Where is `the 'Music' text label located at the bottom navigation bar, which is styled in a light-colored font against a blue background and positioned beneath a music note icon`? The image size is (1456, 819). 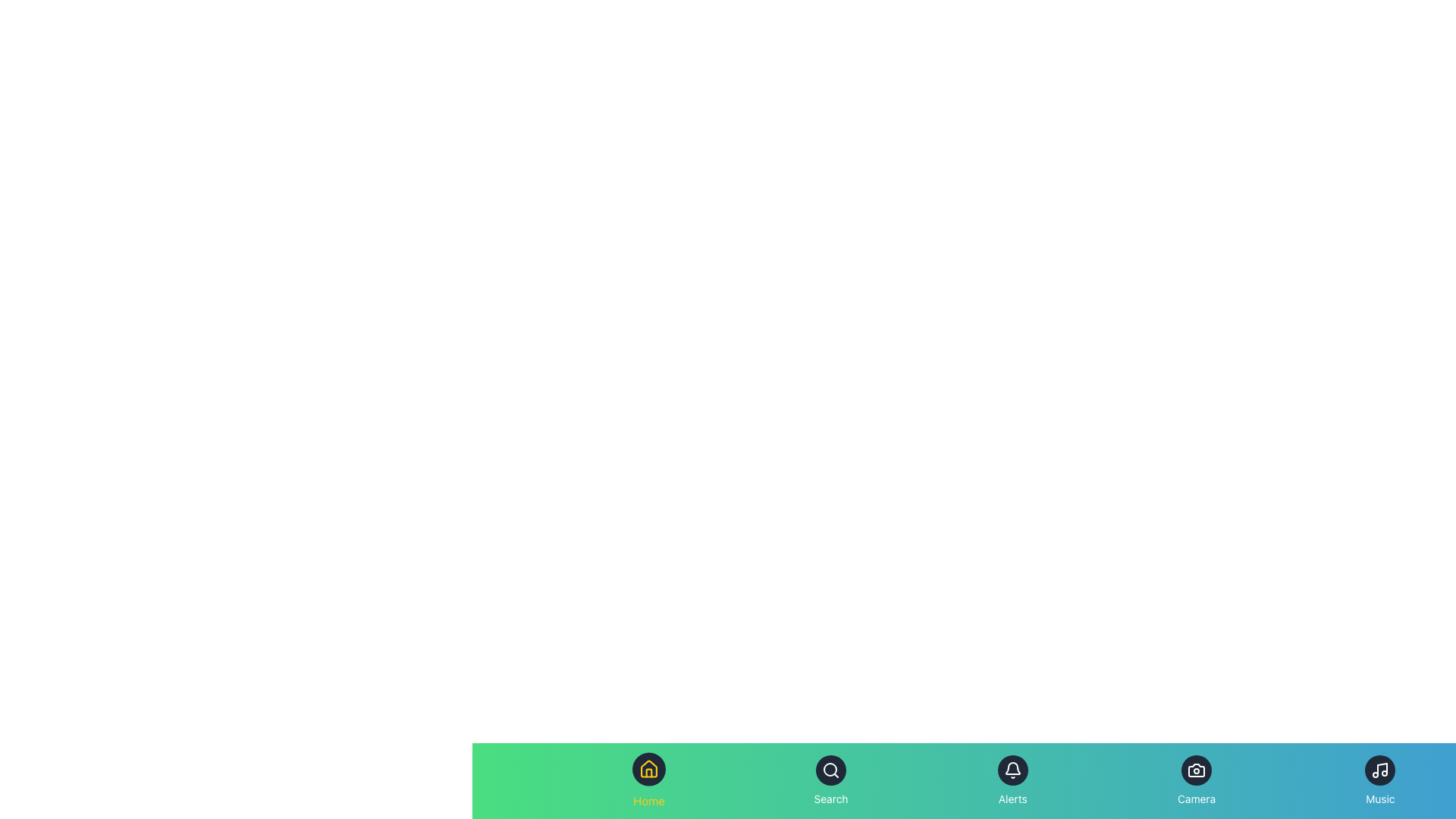
the 'Music' text label located at the bottom navigation bar, which is styled in a light-colored font against a blue background and positioned beneath a music note icon is located at coordinates (1380, 798).